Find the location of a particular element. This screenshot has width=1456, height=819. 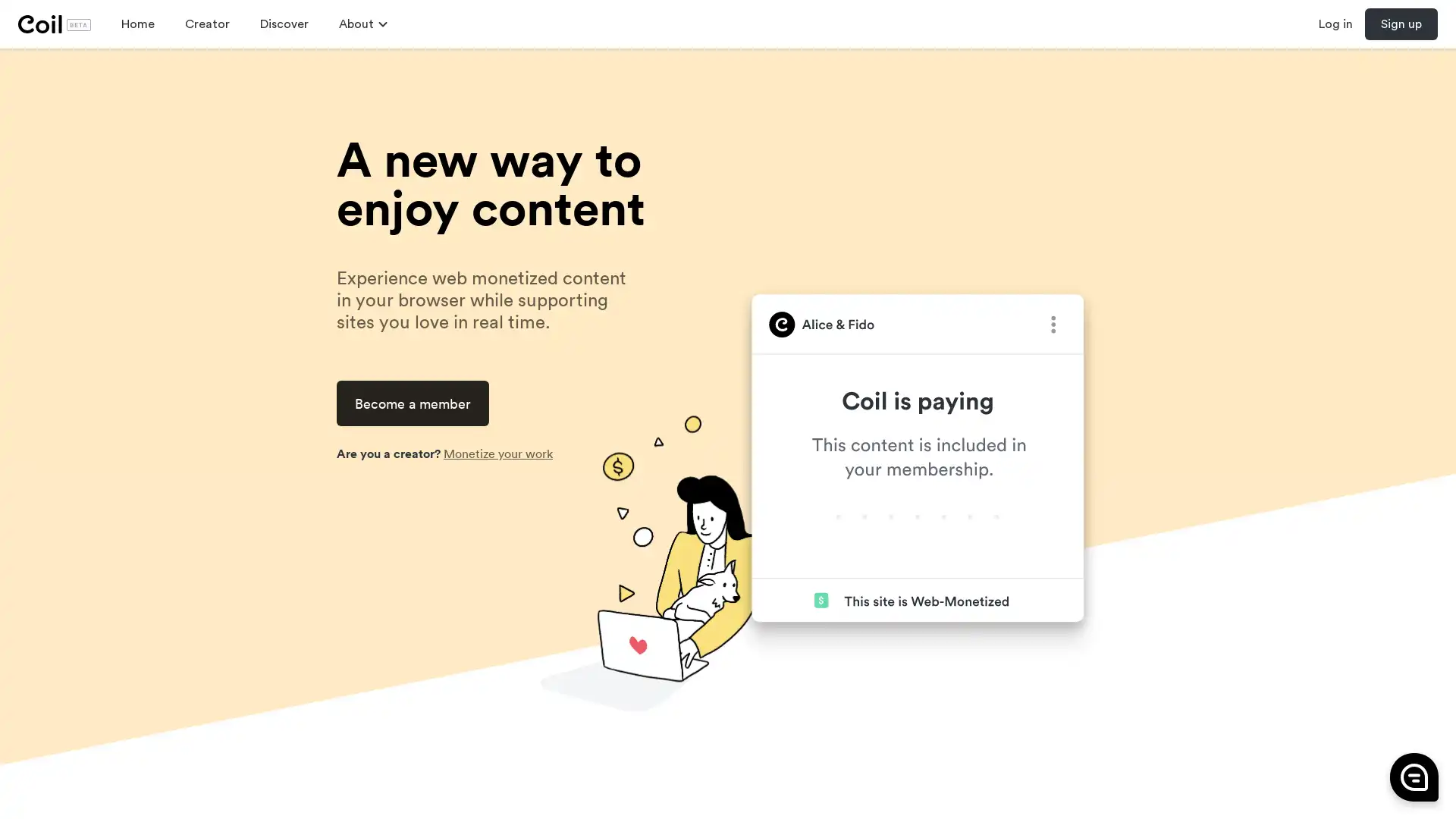

Discover is located at coordinates (284, 24).